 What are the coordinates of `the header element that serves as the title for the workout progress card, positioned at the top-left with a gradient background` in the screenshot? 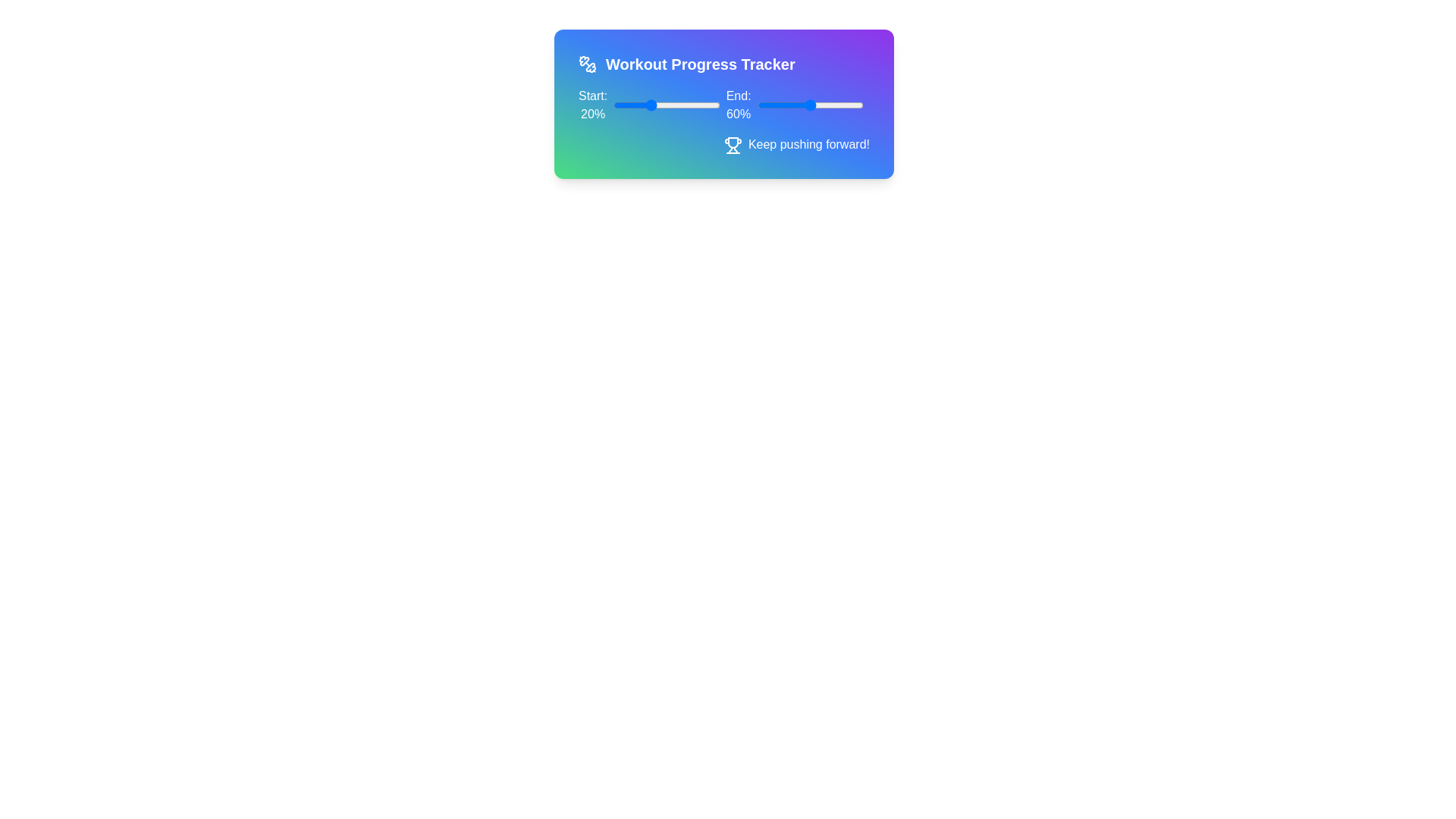 It's located at (723, 63).